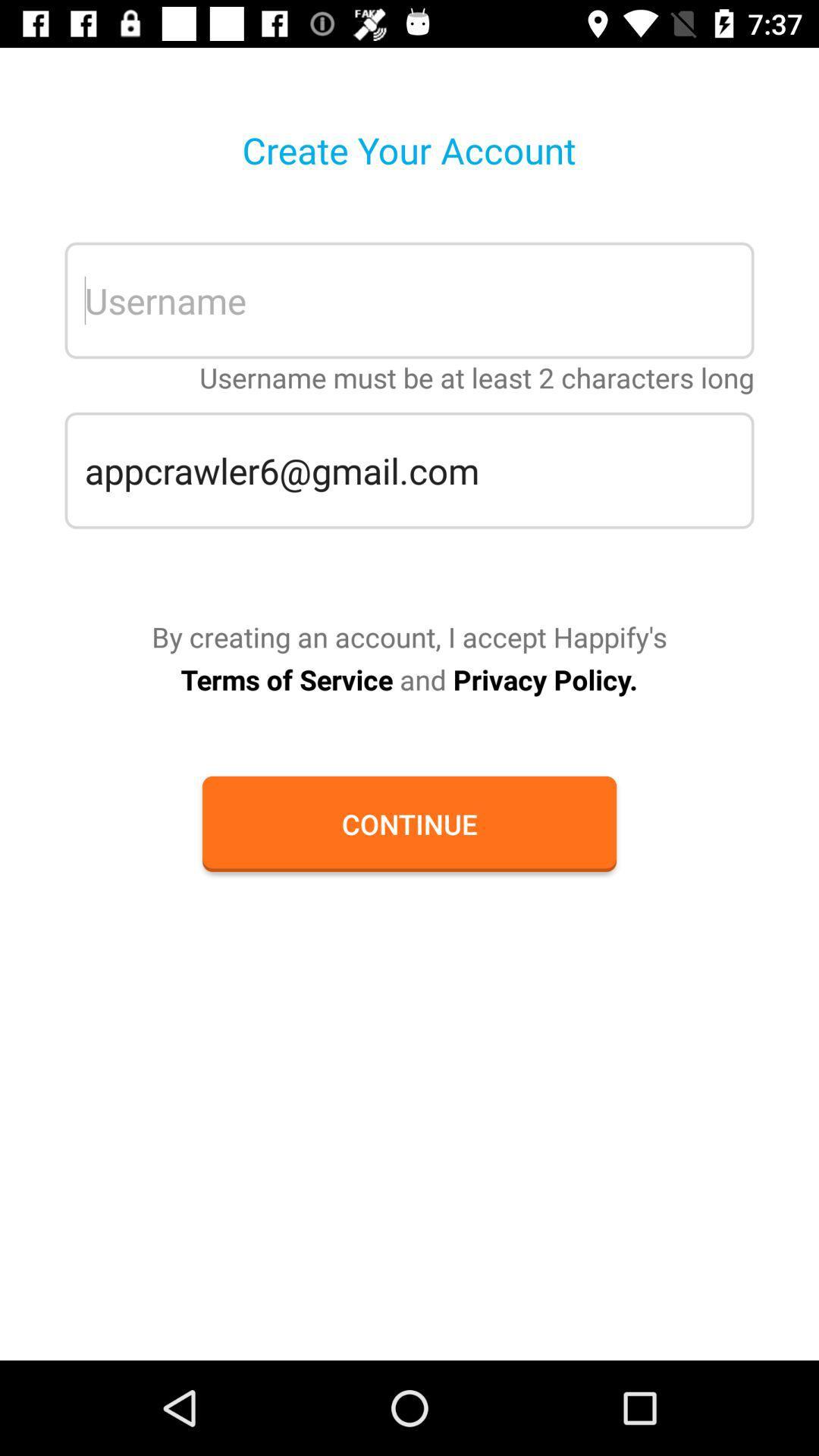  Describe the element at coordinates (409, 300) in the screenshot. I see `the item above the username must be item` at that location.